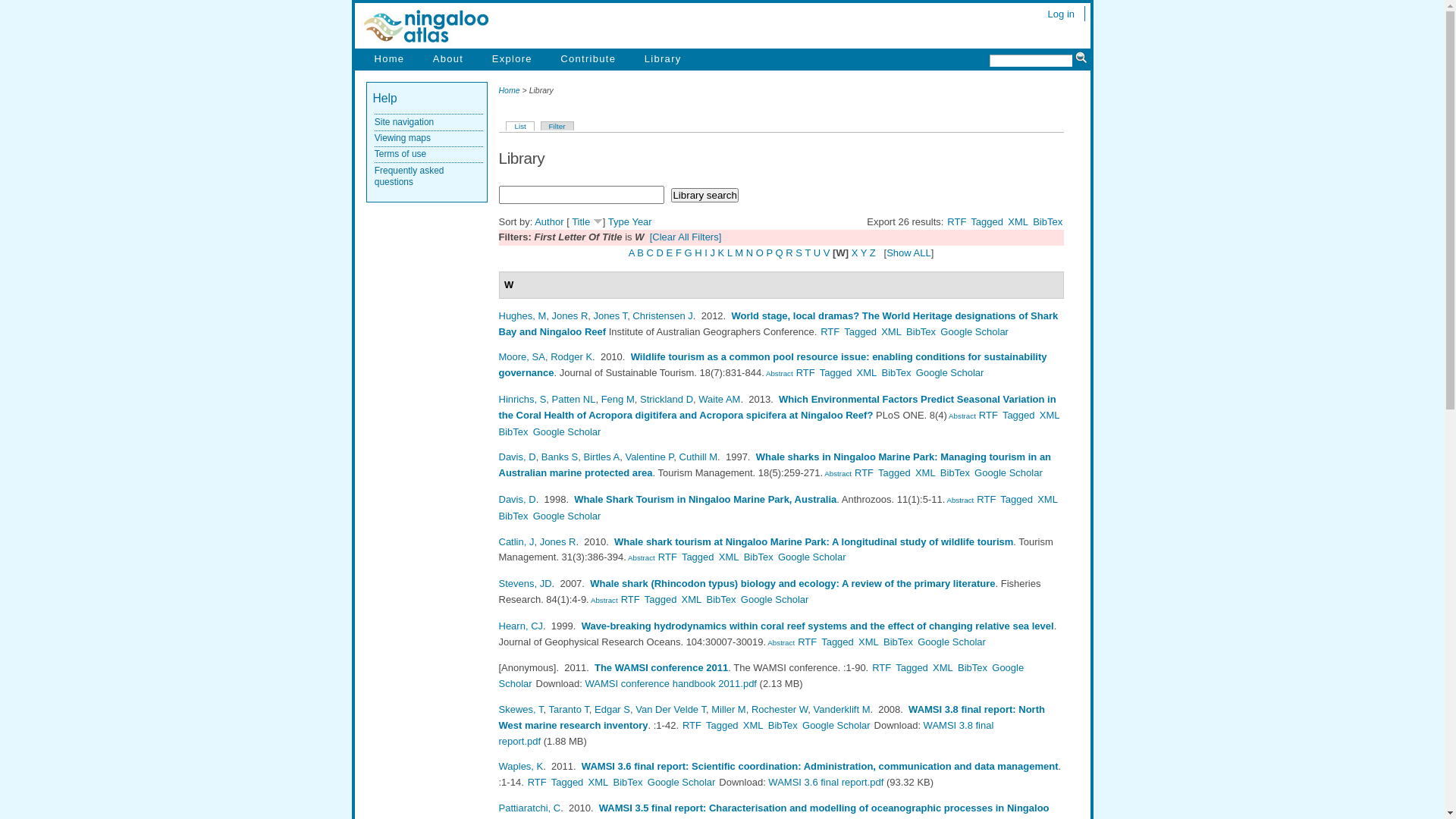 This screenshot has height=819, width=1456. Describe the element at coordinates (855, 252) in the screenshot. I see `'X'` at that location.